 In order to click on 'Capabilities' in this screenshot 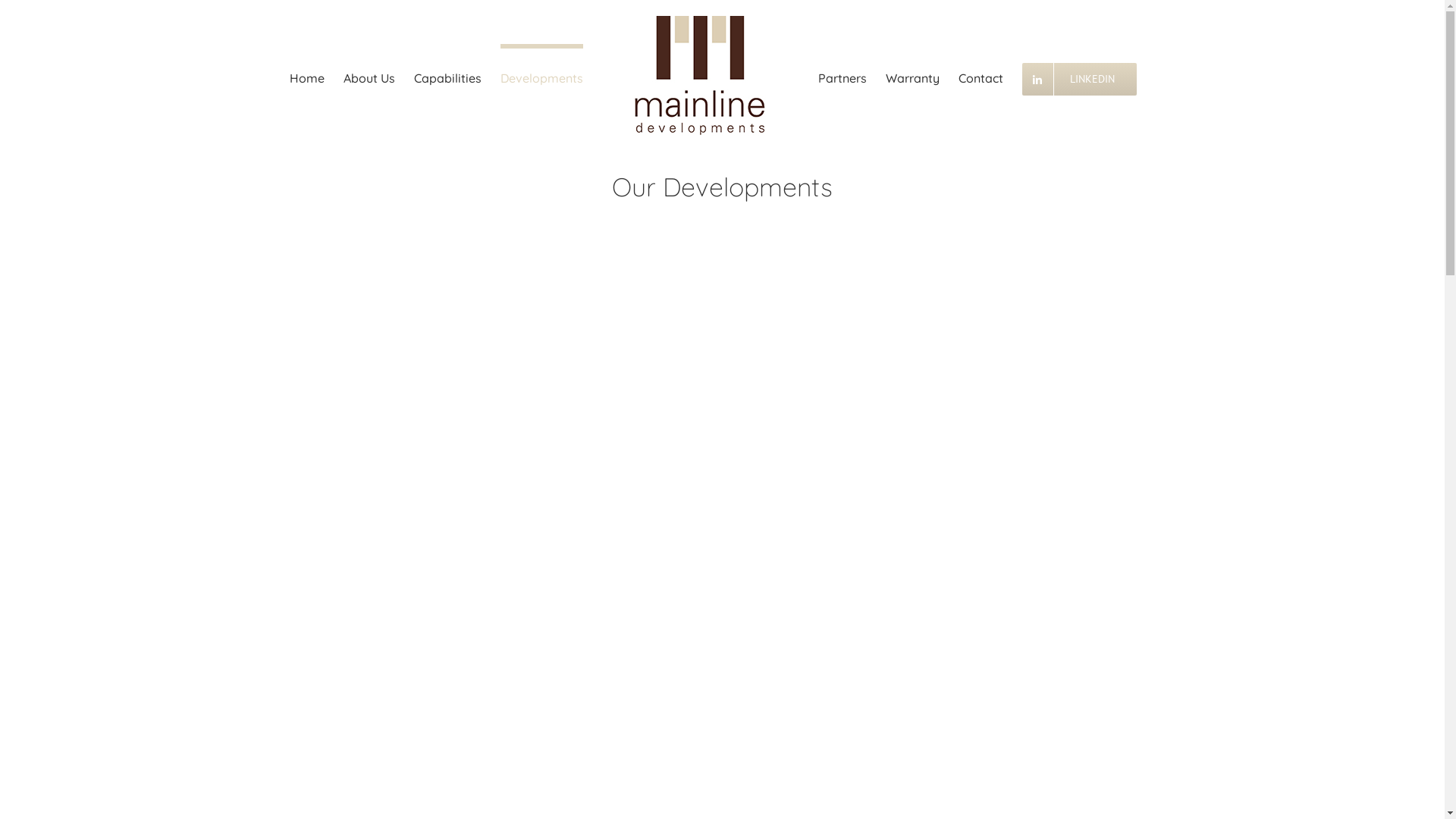, I will do `click(447, 76)`.